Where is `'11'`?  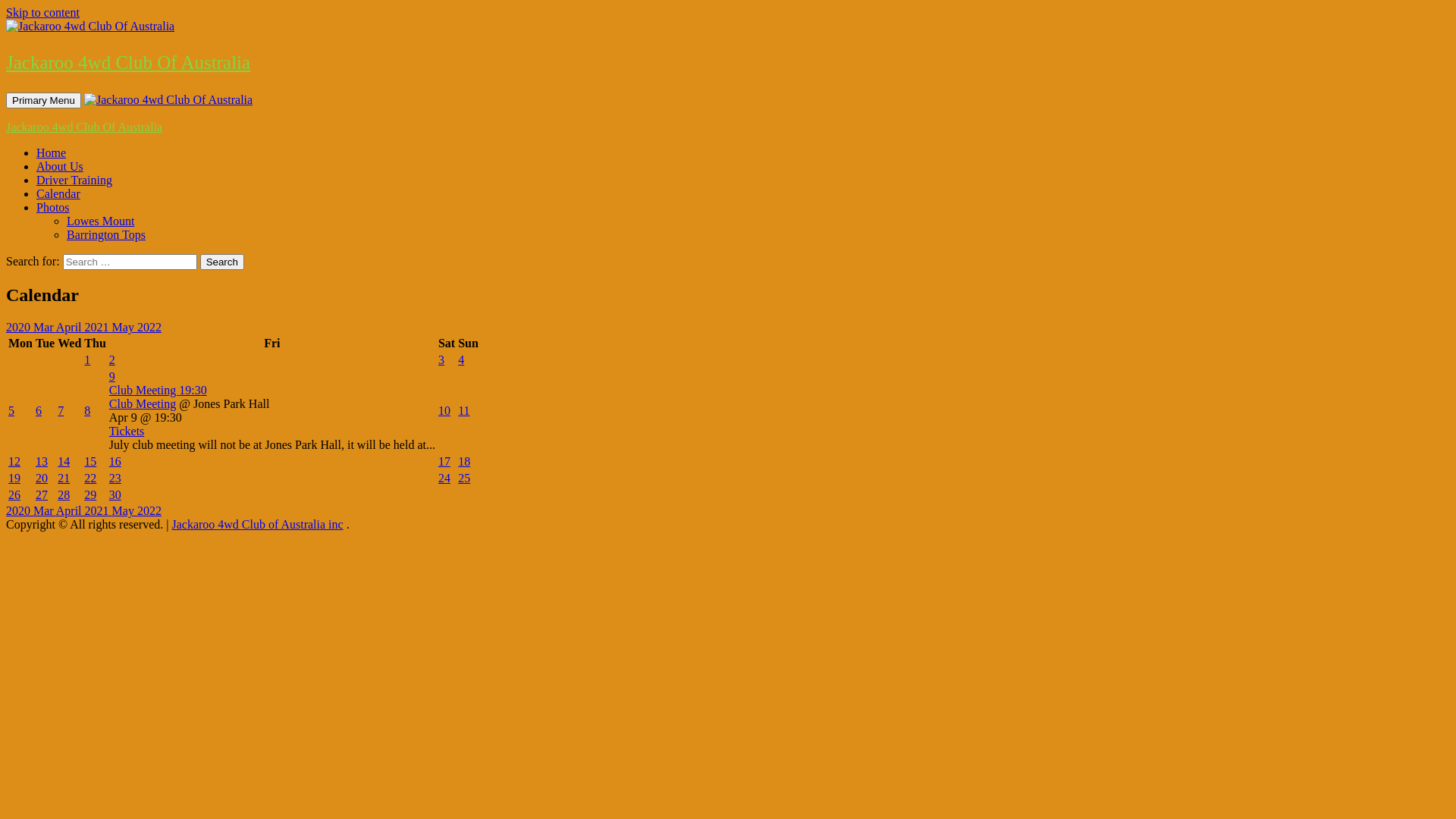
'11' is located at coordinates (463, 410).